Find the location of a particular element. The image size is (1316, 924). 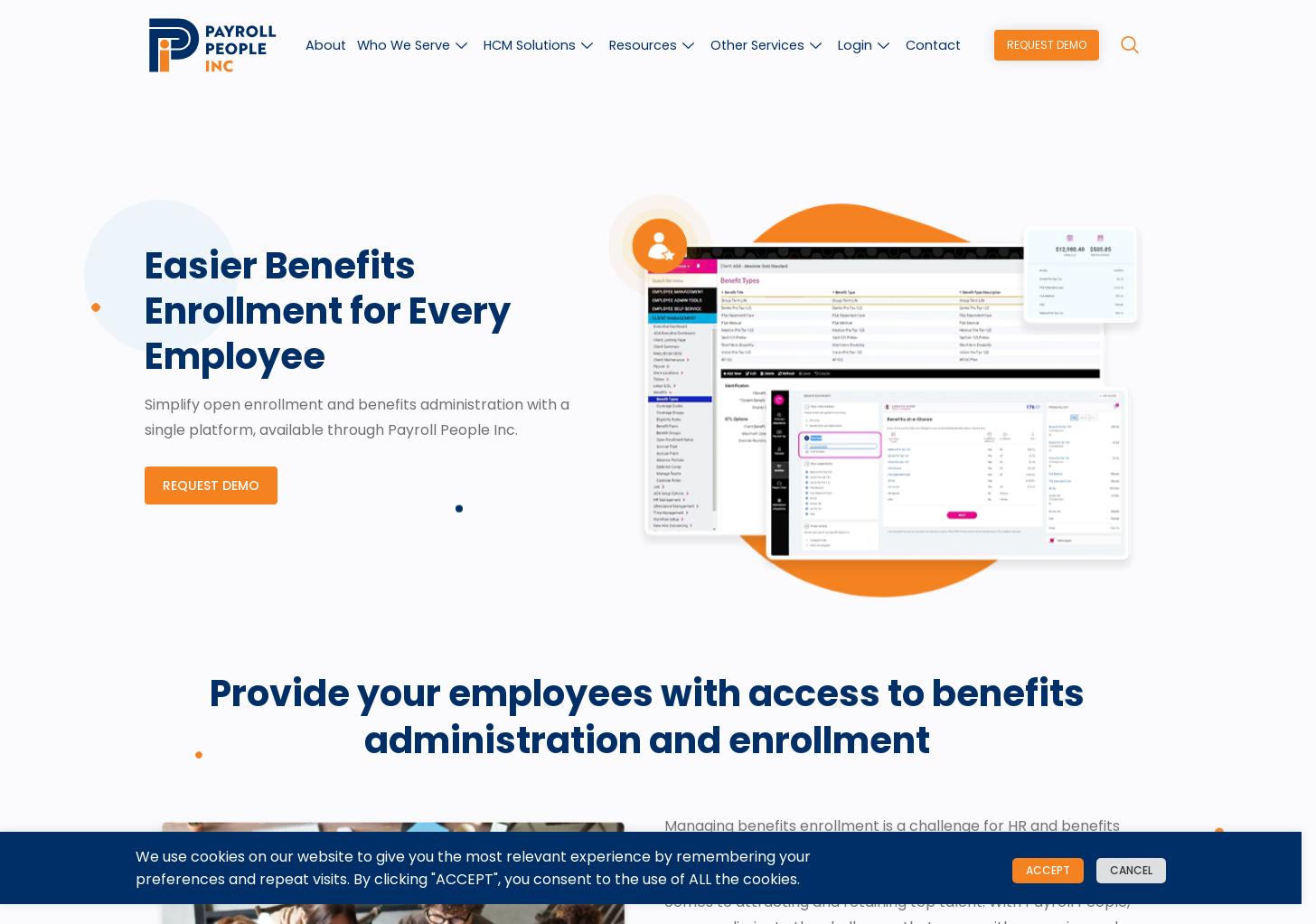

'The single-source technology platform enables you to accurately pay your team quickly and efficiently.' is located at coordinates (679, 374).